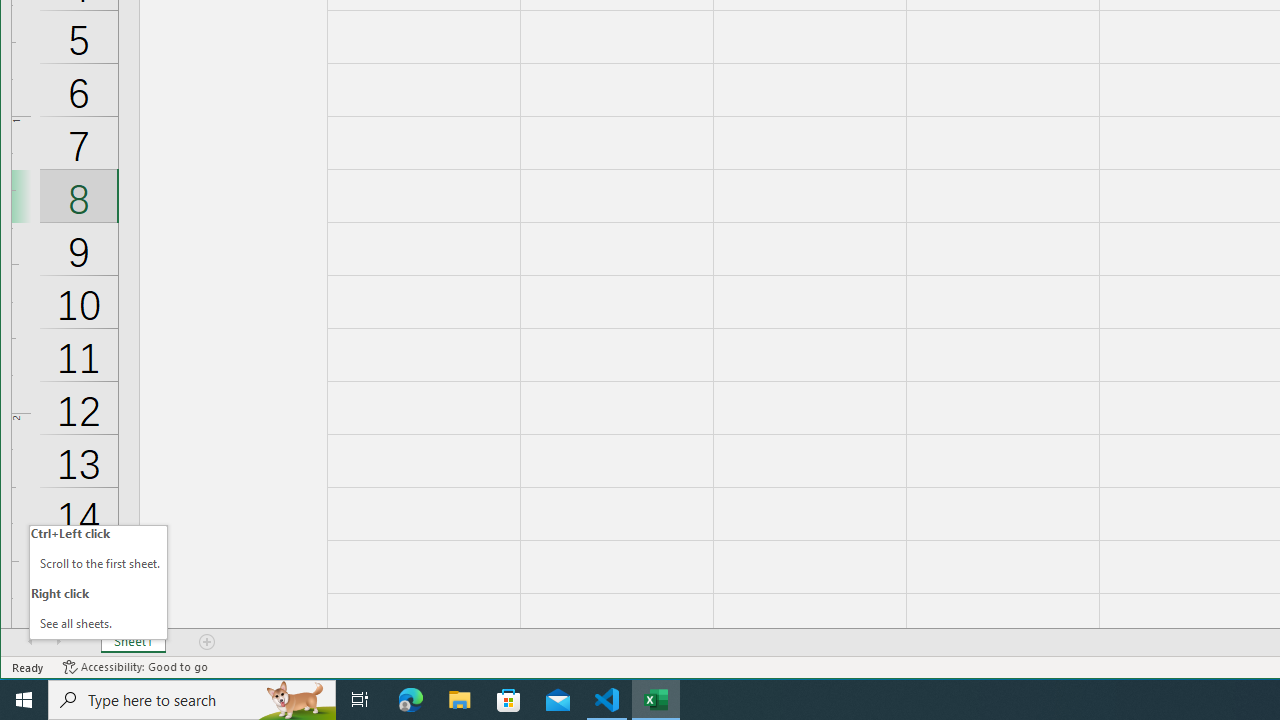 The height and width of the screenshot is (720, 1280). What do you see at coordinates (606, 698) in the screenshot?
I see `'Visual Studio Code - 1 running window'` at bounding box center [606, 698].